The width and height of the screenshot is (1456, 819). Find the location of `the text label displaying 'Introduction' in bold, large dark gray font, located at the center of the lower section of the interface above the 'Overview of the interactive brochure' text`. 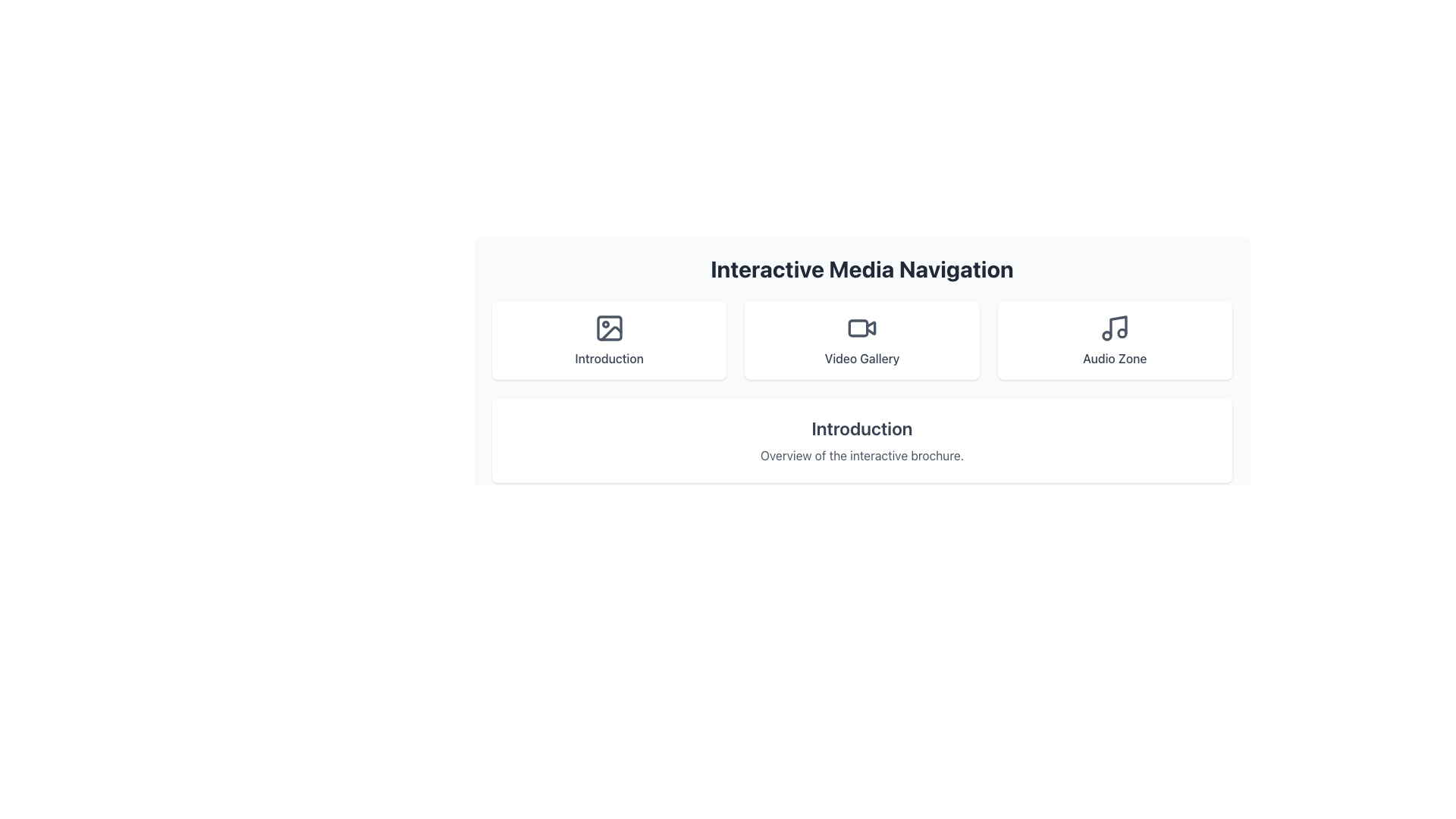

the text label displaying 'Introduction' in bold, large dark gray font, located at the center of the lower section of the interface above the 'Overview of the interactive brochure' text is located at coordinates (862, 428).